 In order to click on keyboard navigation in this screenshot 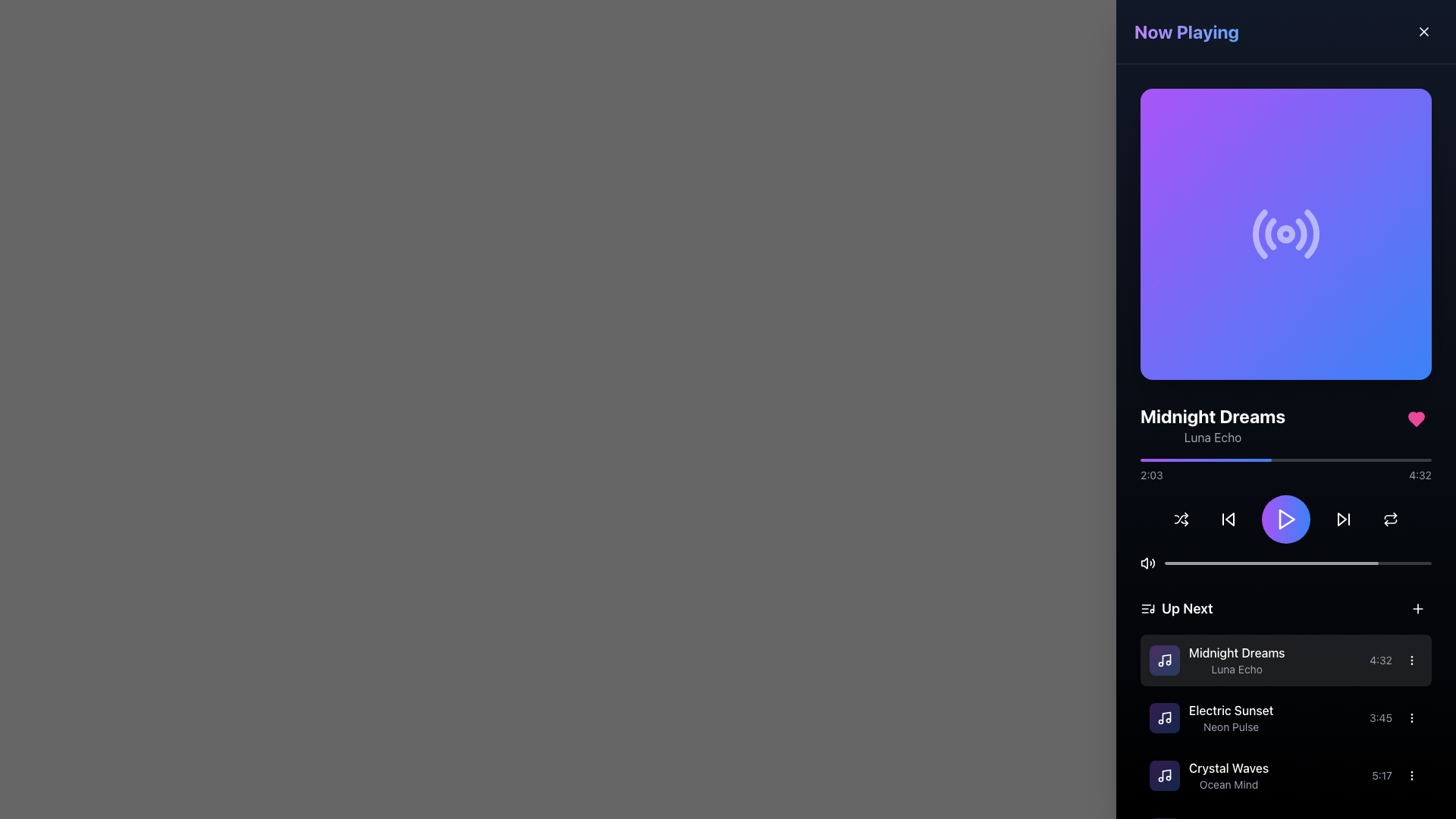, I will do `click(1423, 32)`.